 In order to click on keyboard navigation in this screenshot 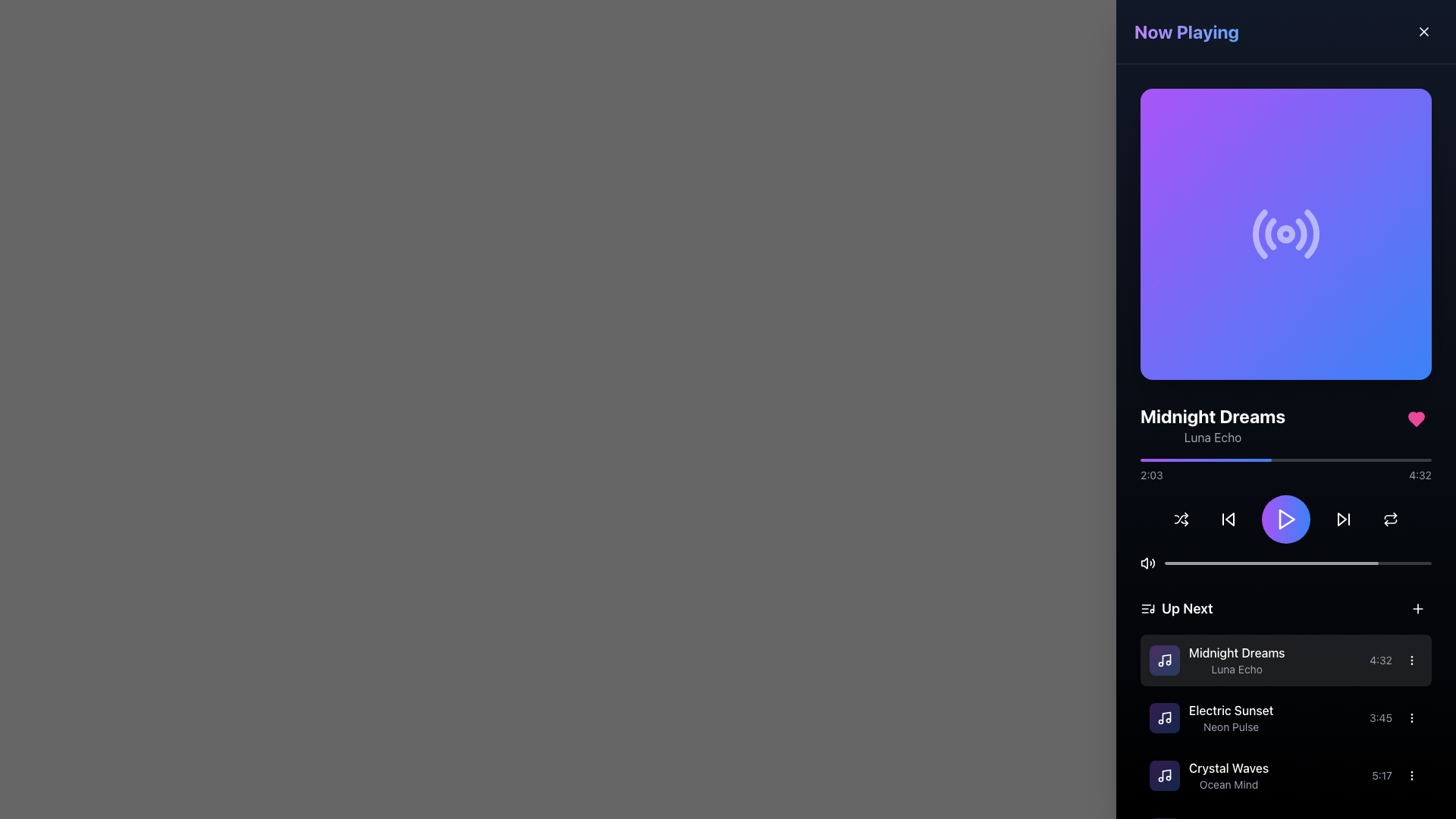, I will do `click(1423, 32)`.